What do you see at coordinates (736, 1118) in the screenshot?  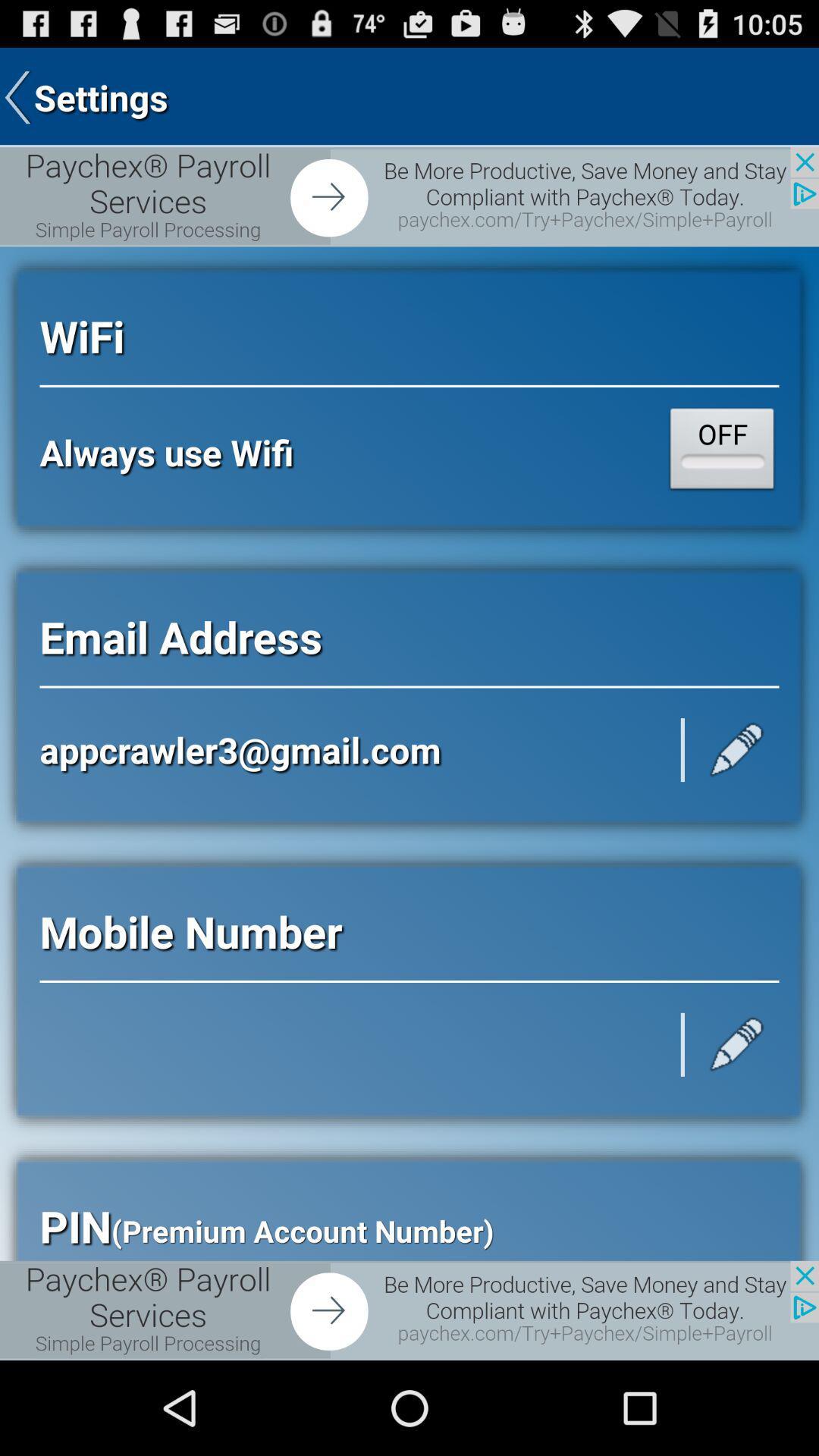 I see `the edit icon` at bounding box center [736, 1118].